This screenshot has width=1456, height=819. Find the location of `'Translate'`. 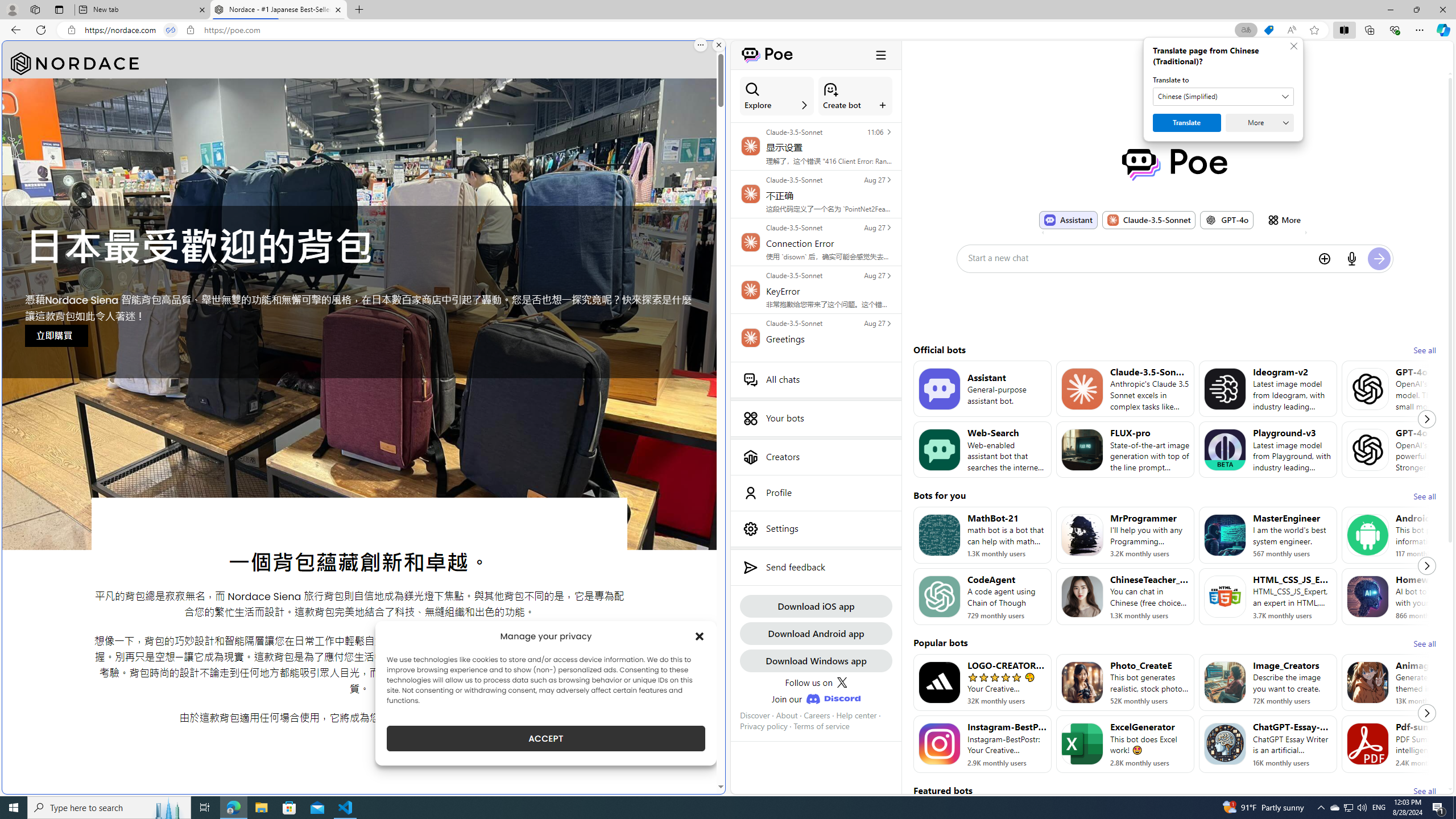

'Translate' is located at coordinates (1187, 122).